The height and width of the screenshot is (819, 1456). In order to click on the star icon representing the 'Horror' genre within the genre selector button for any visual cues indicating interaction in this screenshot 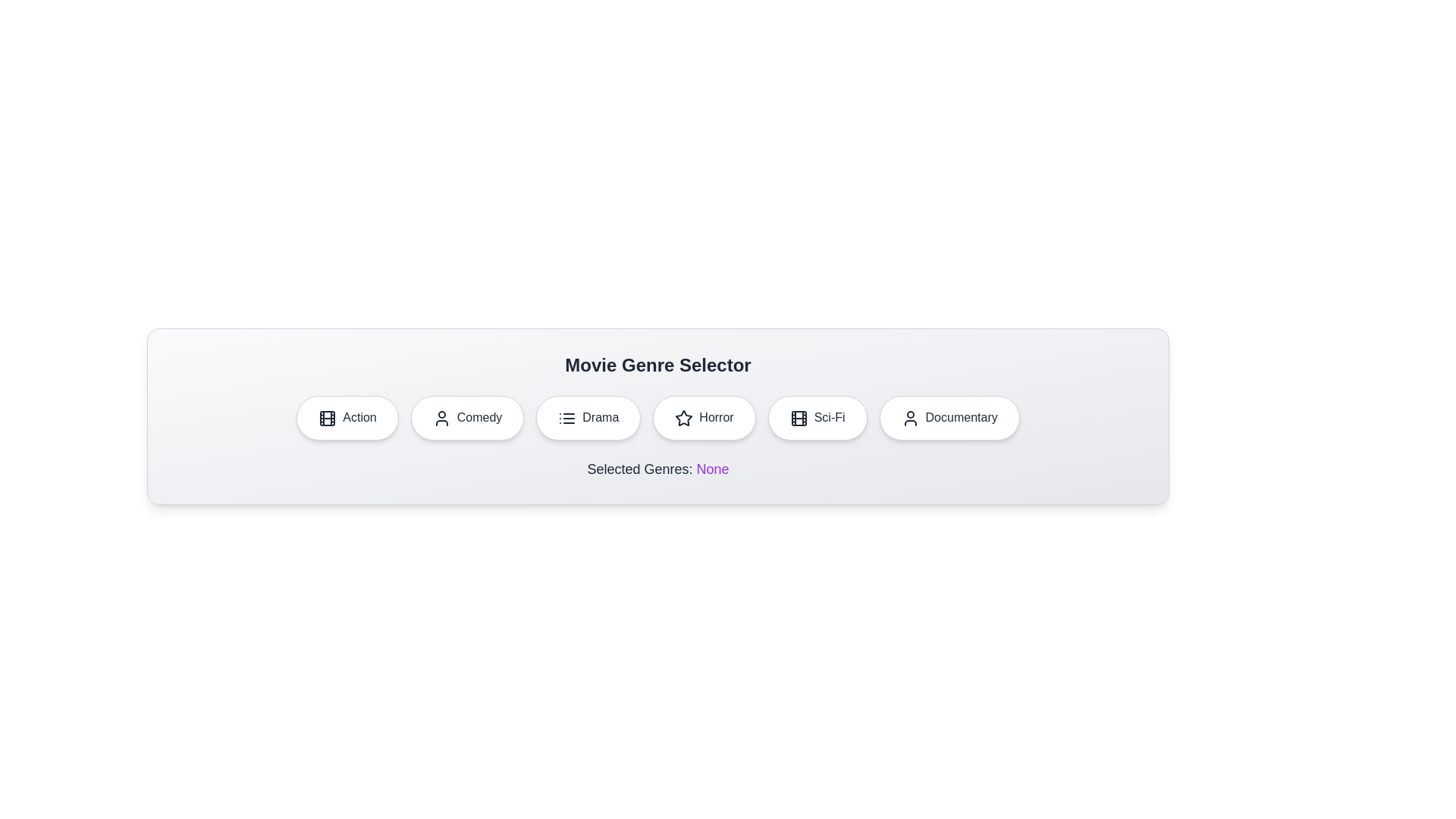, I will do `click(683, 418)`.